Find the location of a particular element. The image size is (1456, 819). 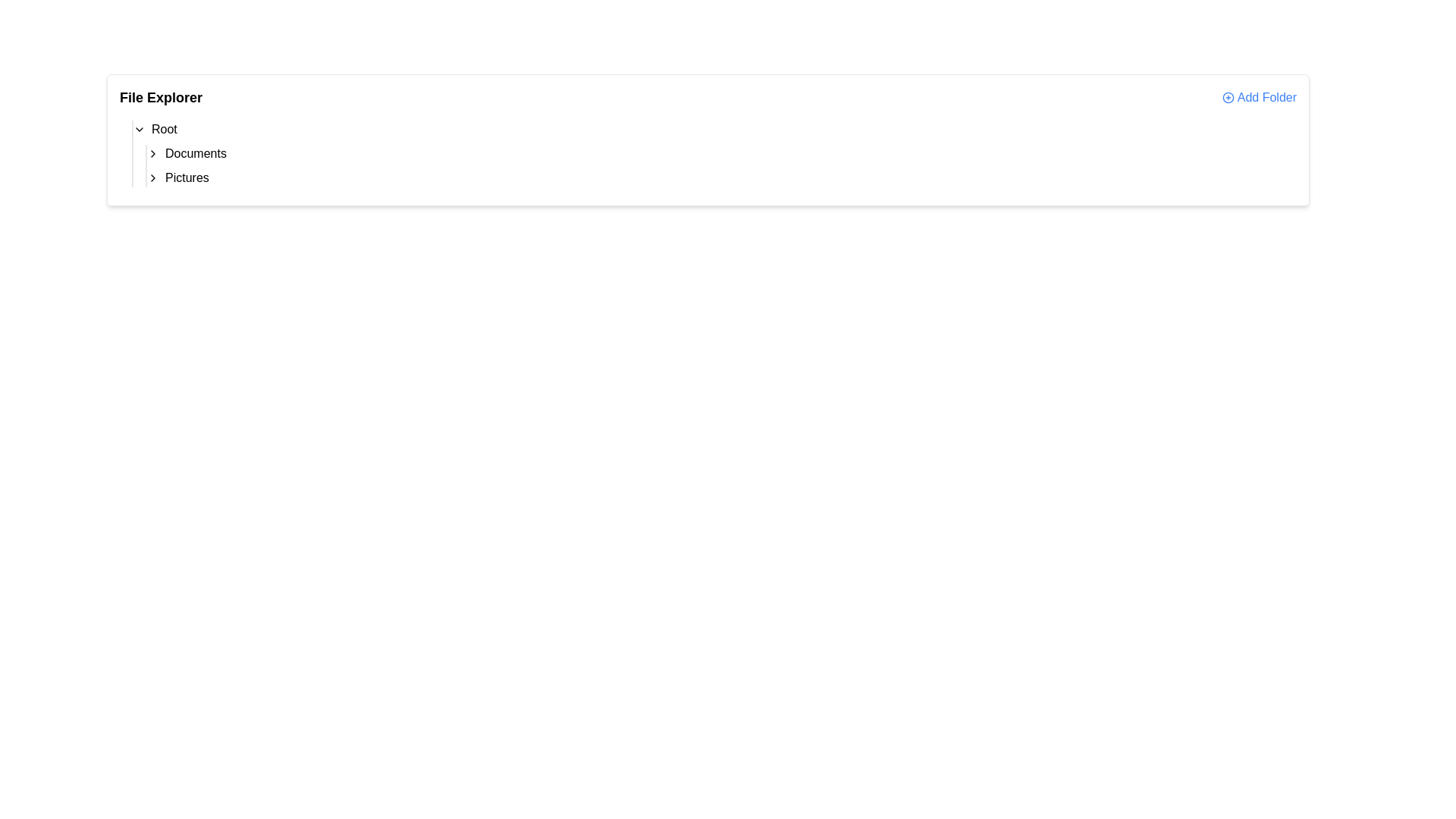

the 'Documents' text label, which is a medium-weight black text positioned to the right of a chevron icon in a clickable area is located at coordinates (195, 154).